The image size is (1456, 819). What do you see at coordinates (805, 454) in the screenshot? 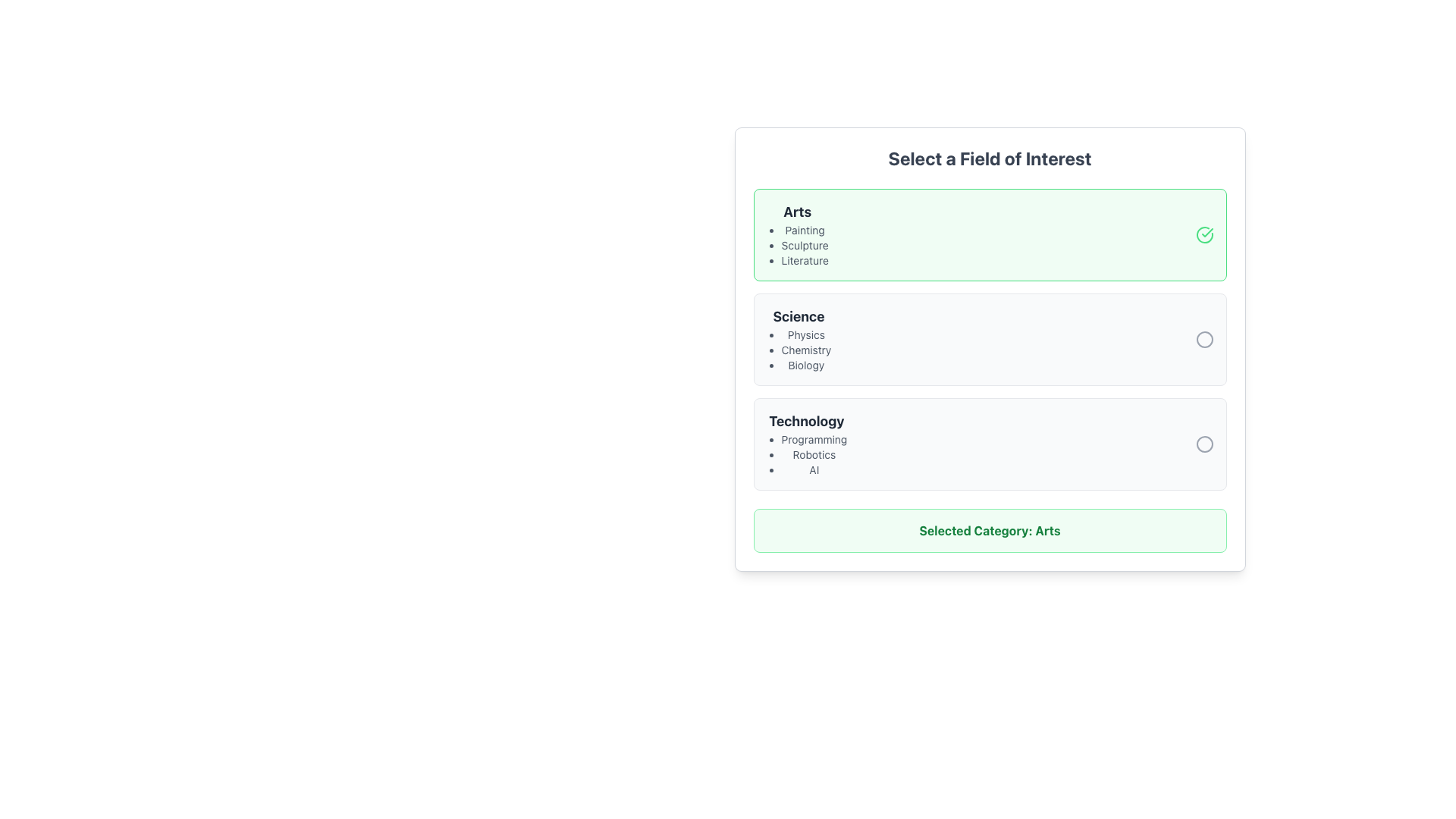
I see `the second item in the bullet point list under the 'Technology' category, which represents 'Robotics'` at bounding box center [805, 454].